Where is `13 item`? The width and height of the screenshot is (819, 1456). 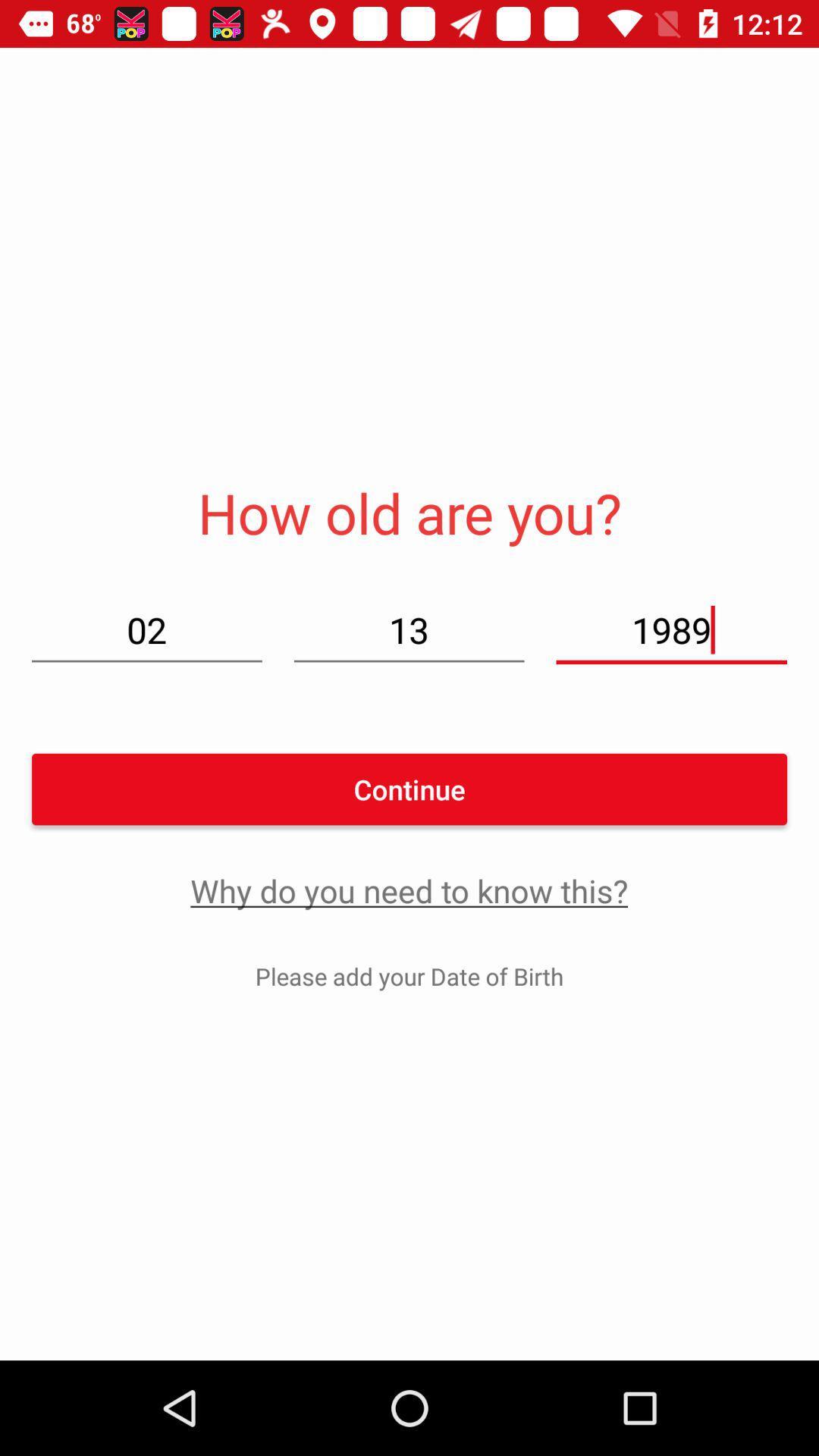
13 item is located at coordinates (408, 629).